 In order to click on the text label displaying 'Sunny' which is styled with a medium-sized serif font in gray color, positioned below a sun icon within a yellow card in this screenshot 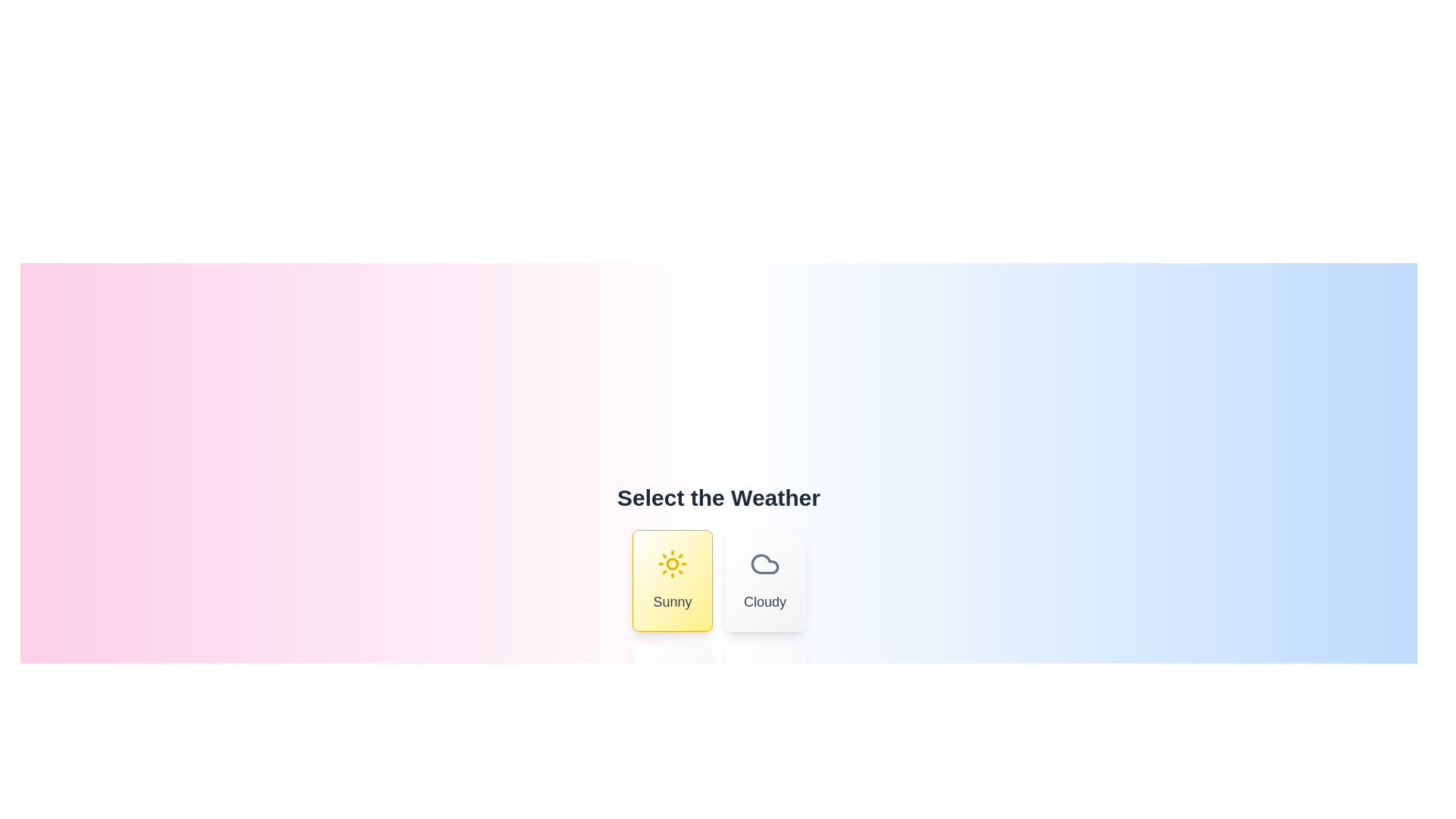, I will do `click(672, 601)`.